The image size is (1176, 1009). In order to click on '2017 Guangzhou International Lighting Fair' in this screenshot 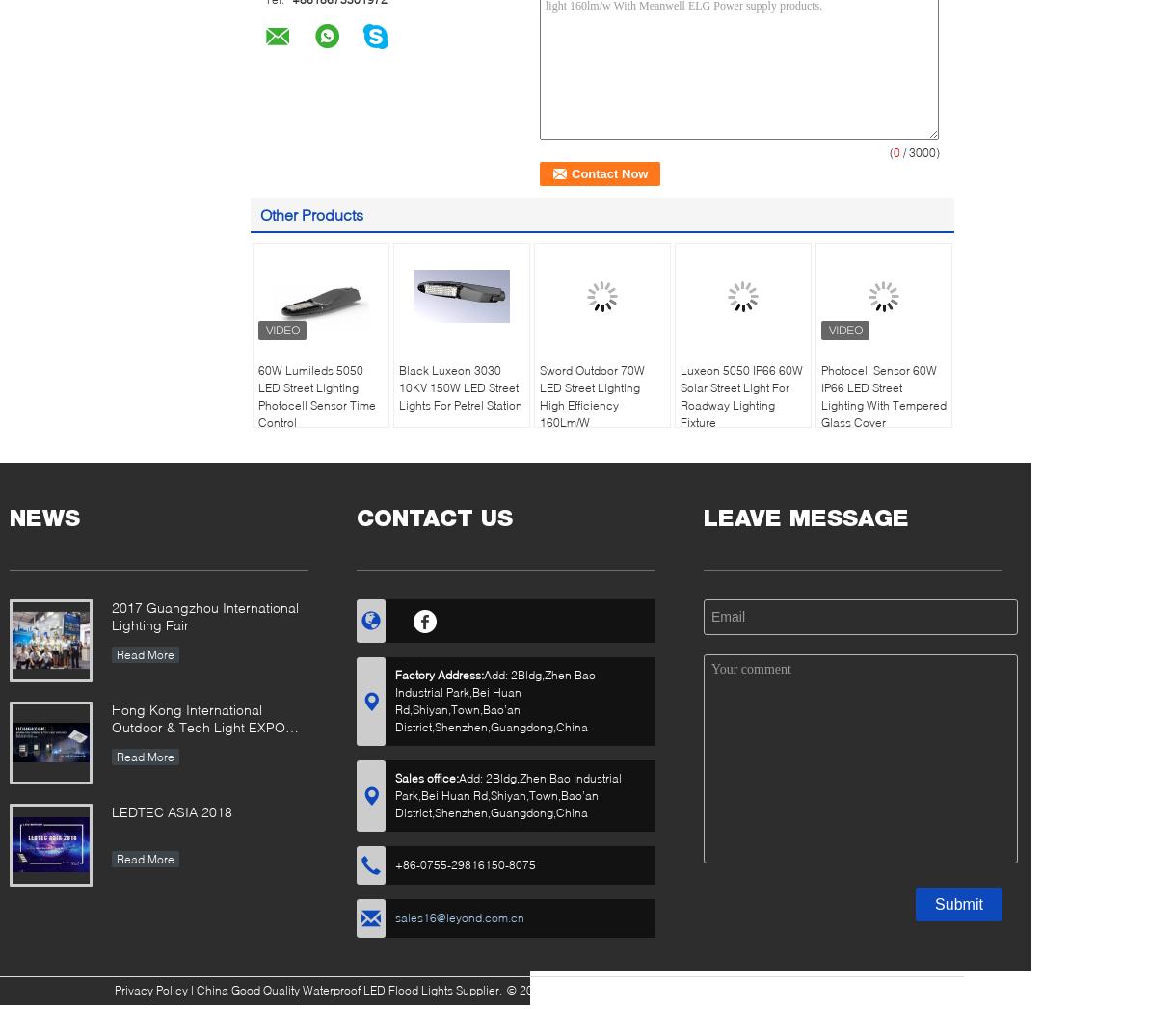, I will do `click(205, 615)`.